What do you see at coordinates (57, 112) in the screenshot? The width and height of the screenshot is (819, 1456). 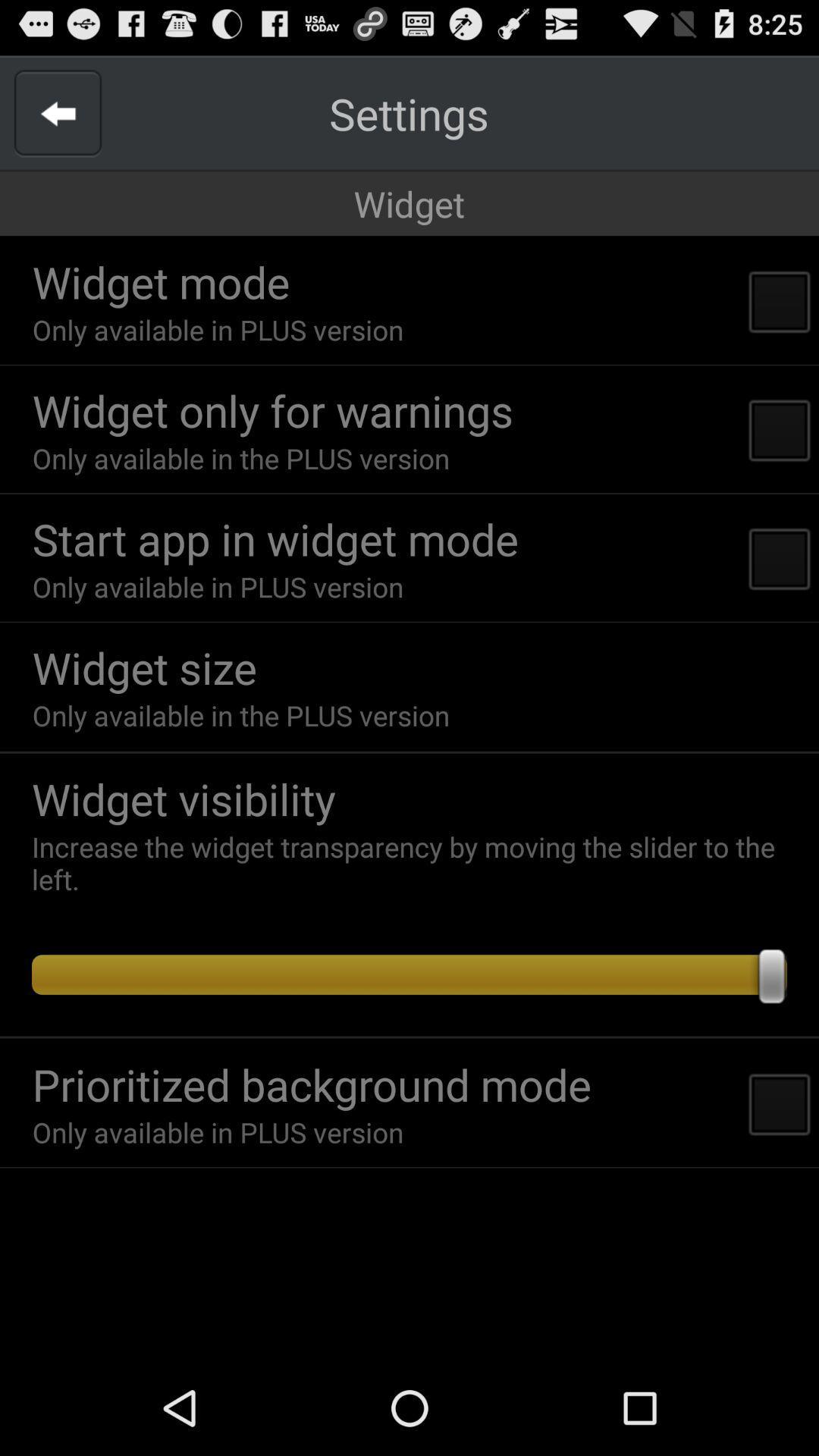 I see `the item next to settings item` at bounding box center [57, 112].